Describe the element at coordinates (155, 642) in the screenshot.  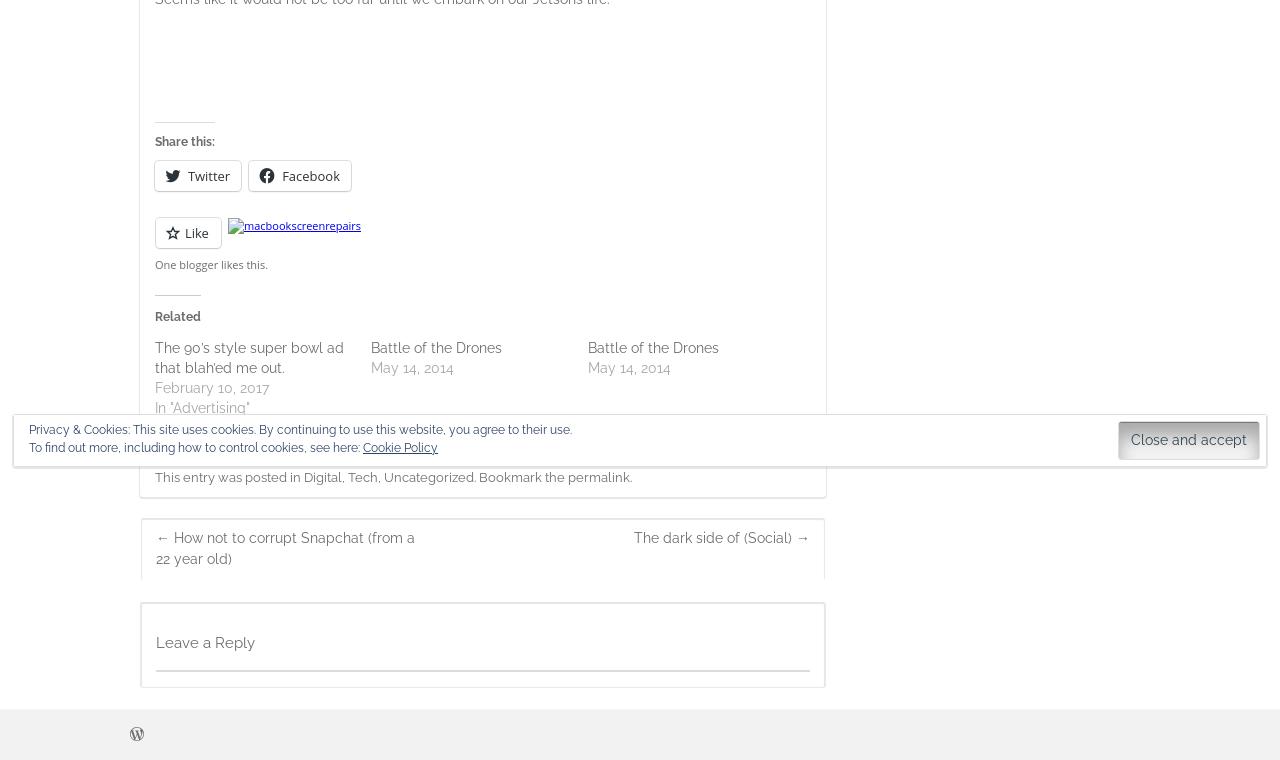
I see `'Leave a Reply'` at that location.